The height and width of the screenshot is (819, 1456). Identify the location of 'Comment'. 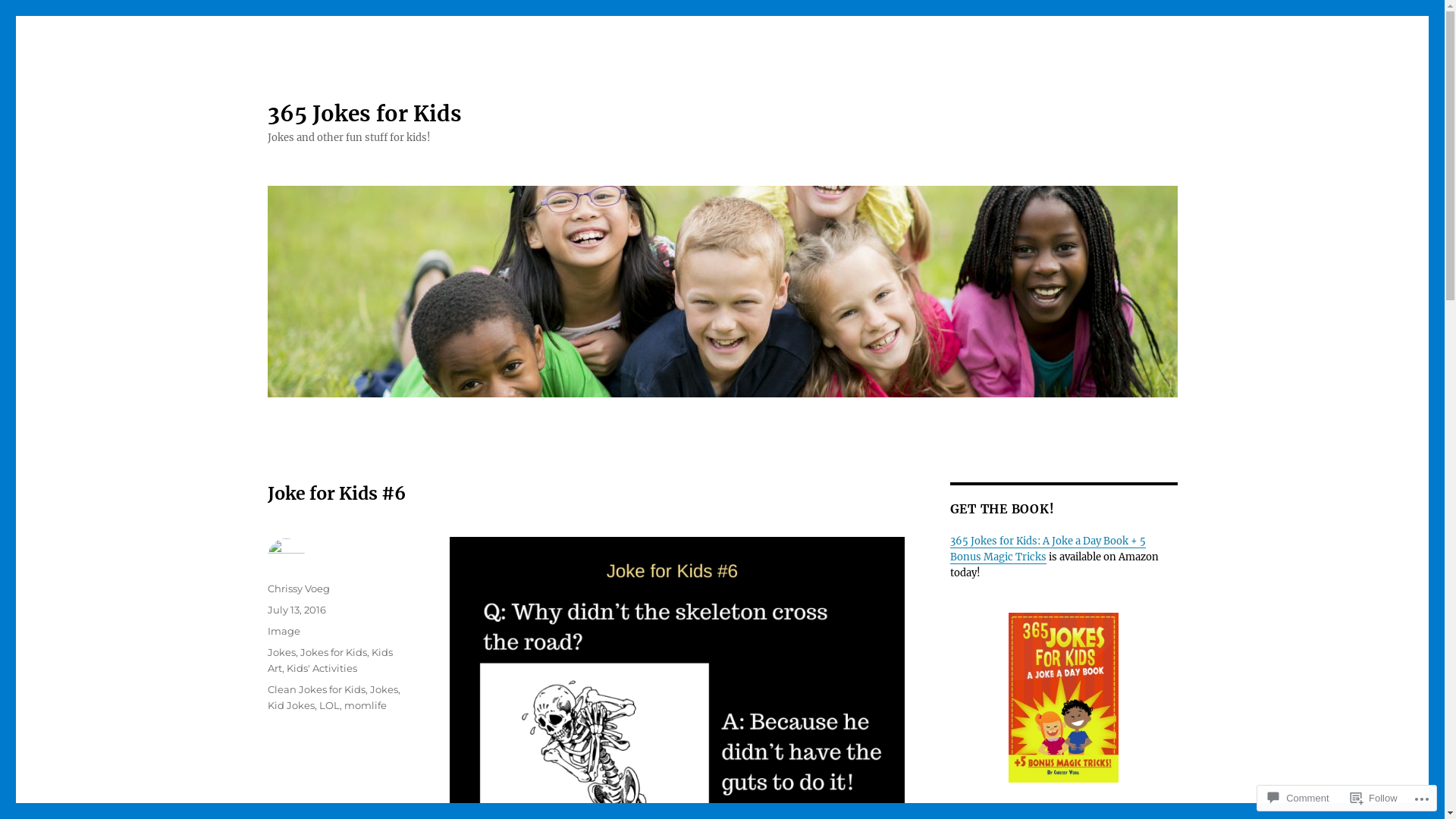
(1298, 797).